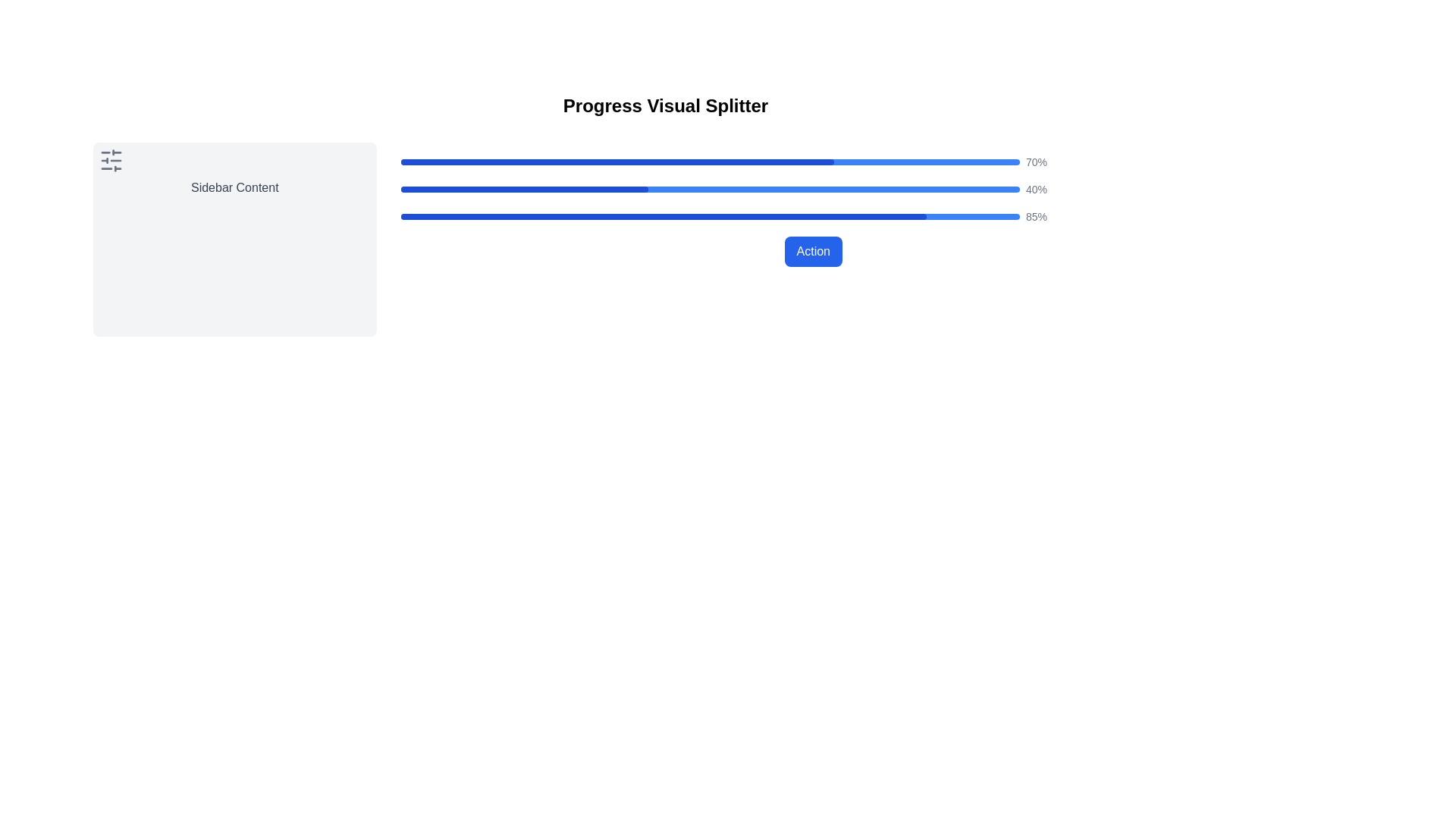 This screenshot has width=1456, height=819. What do you see at coordinates (812, 162) in the screenshot?
I see `the topmost progress bar located in the central right portion of the interface, which visually represents progress with a percentage displayed next to it` at bounding box center [812, 162].